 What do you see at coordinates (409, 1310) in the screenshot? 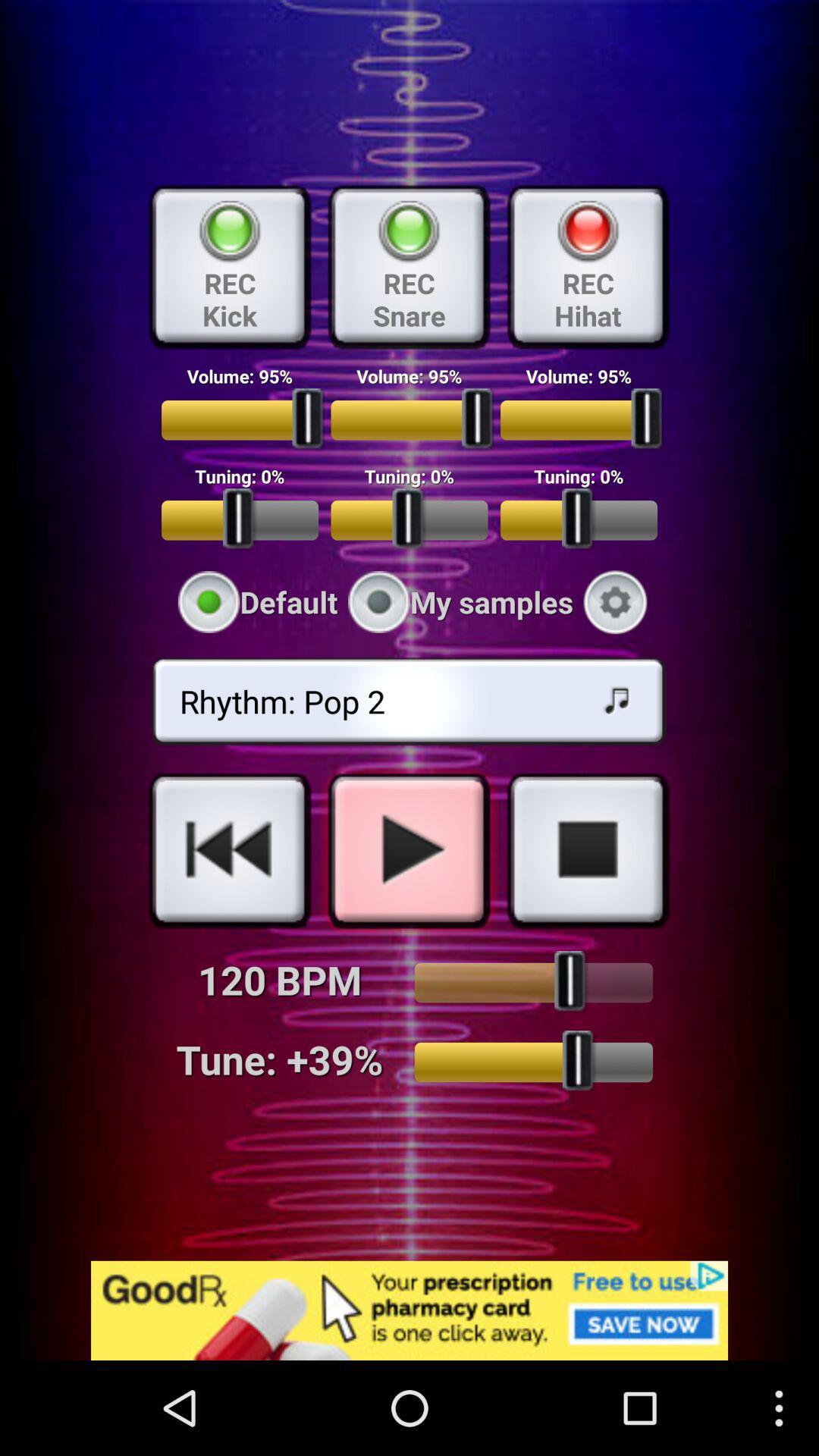
I see `the add image` at bounding box center [409, 1310].